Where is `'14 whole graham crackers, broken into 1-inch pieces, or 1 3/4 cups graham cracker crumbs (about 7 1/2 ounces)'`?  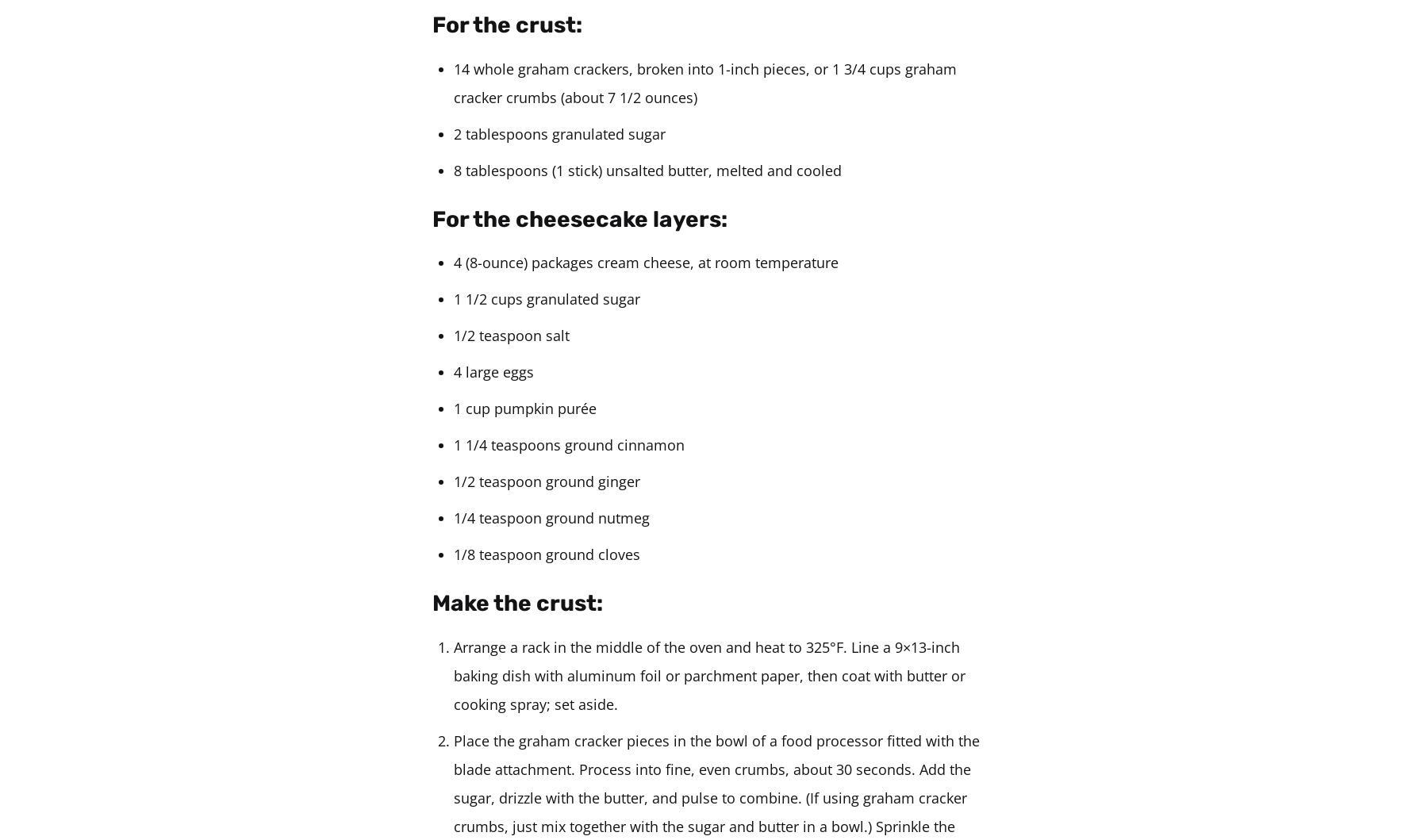
'14 whole graham crackers, broken into 1-inch pieces, or 1 3/4 cups graham cracker crumbs (about 7 1/2 ounces)' is located at coordinates (705, 82).